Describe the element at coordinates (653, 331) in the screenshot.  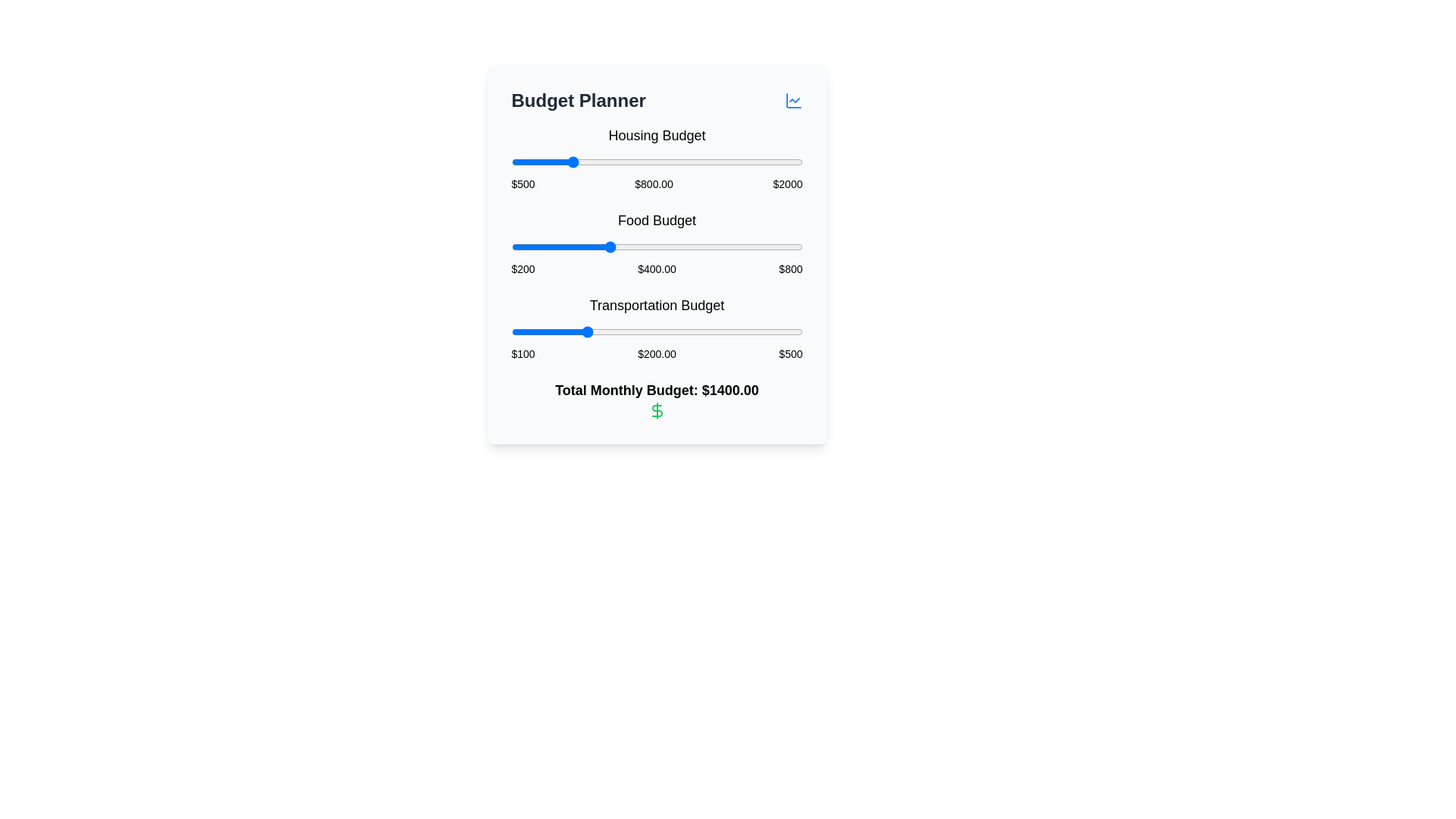
I see `the transportation budget` at that location.